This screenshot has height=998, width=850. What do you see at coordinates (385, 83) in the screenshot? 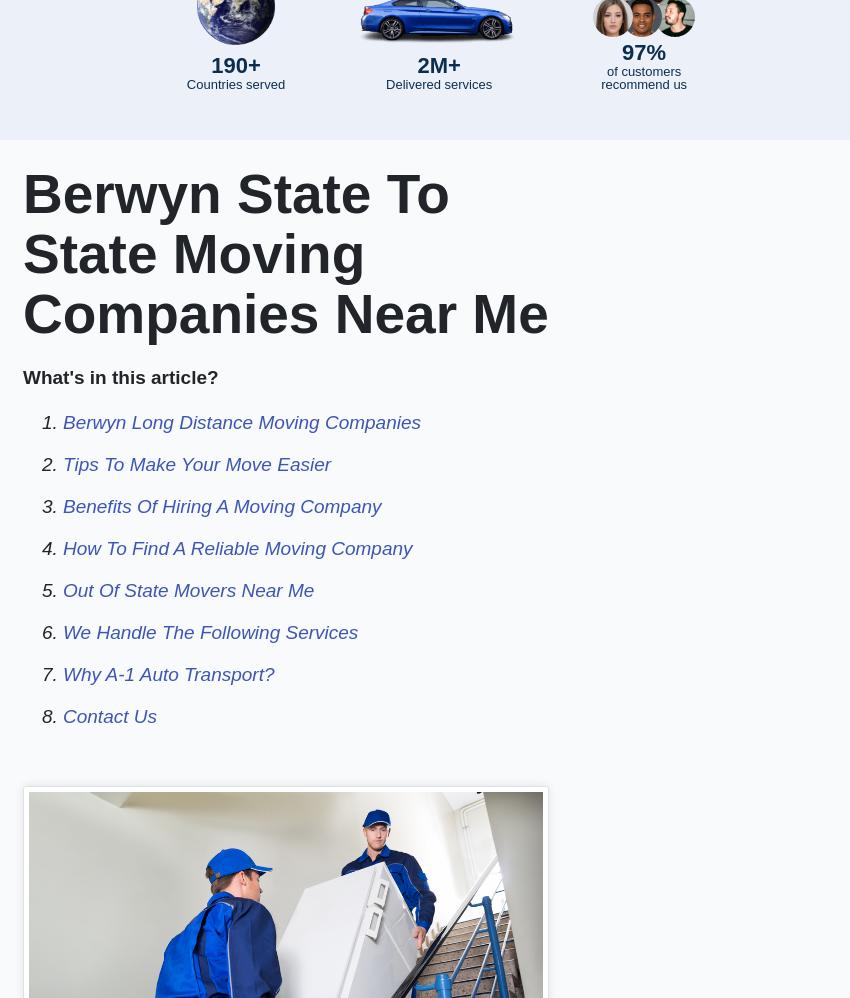
I see `'Delivered'` at bounding box center [385, 83].